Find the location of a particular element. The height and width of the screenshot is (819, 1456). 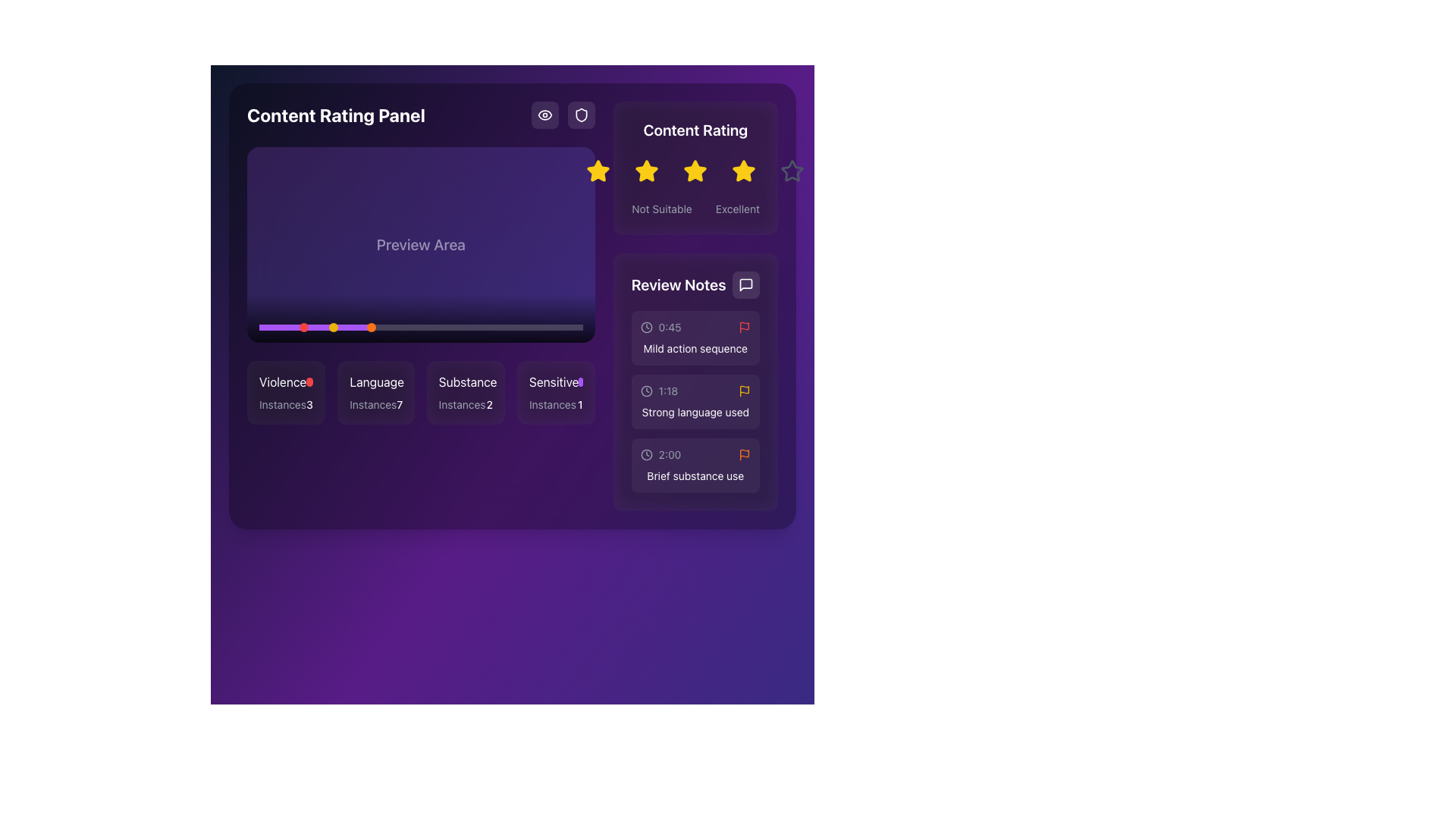

the bold text label that reads 'Content Rating Panel' is located at coordinates (335, 114).